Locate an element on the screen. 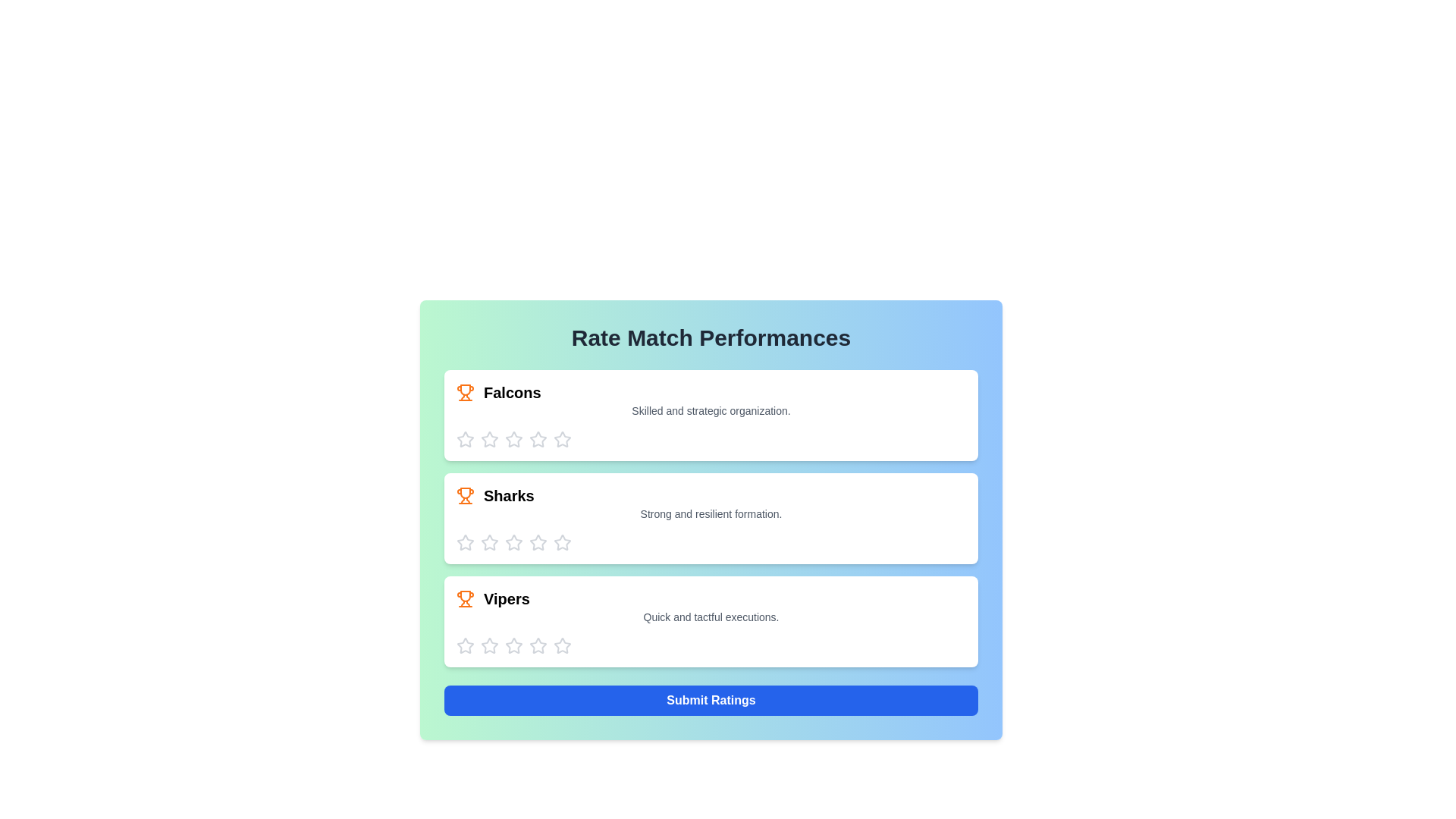 The image size is (1456, 819). the Vipers team's 4 star to set the rating is located at coordinates (538, 646).